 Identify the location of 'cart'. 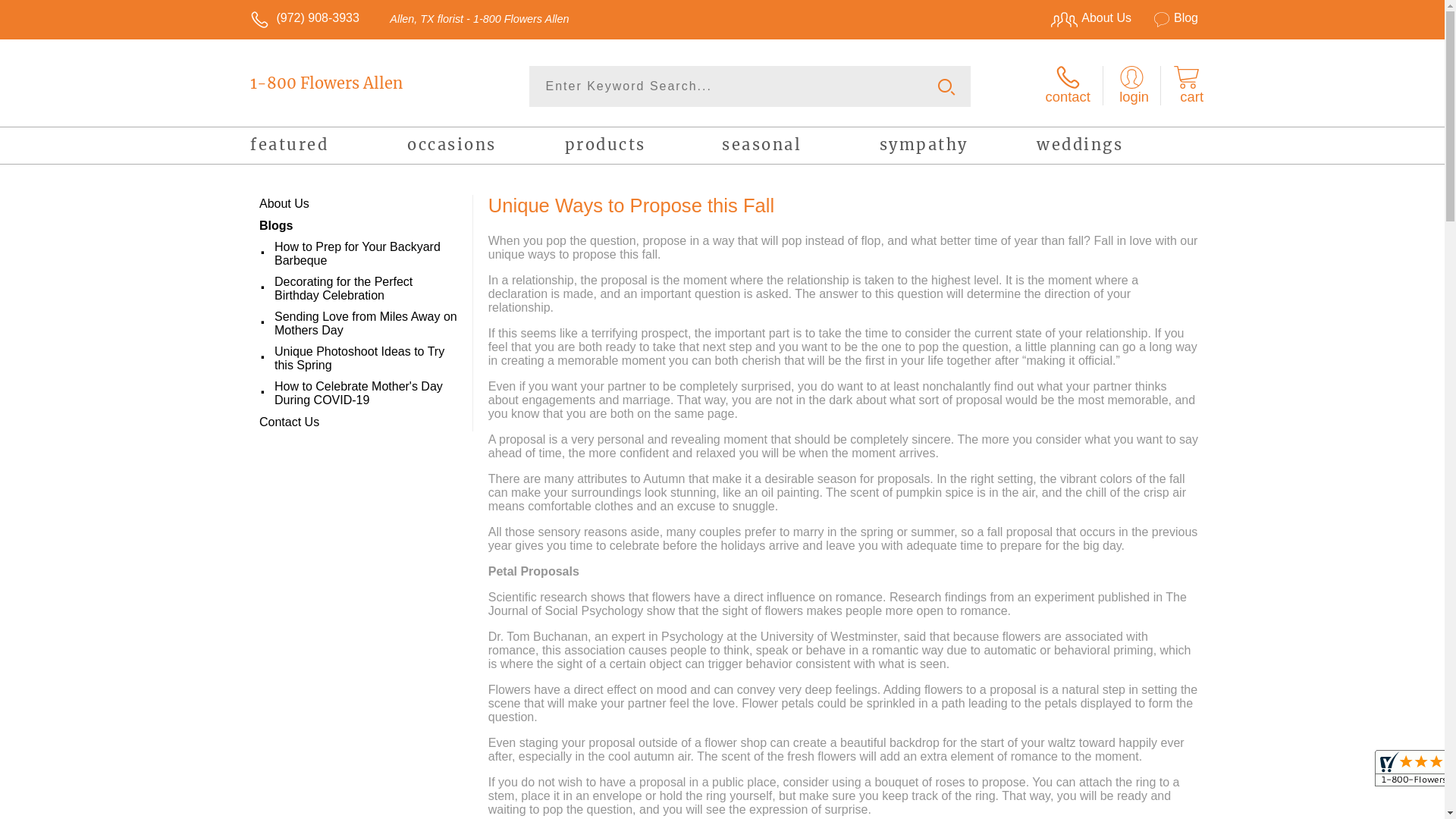
(1185, 85).